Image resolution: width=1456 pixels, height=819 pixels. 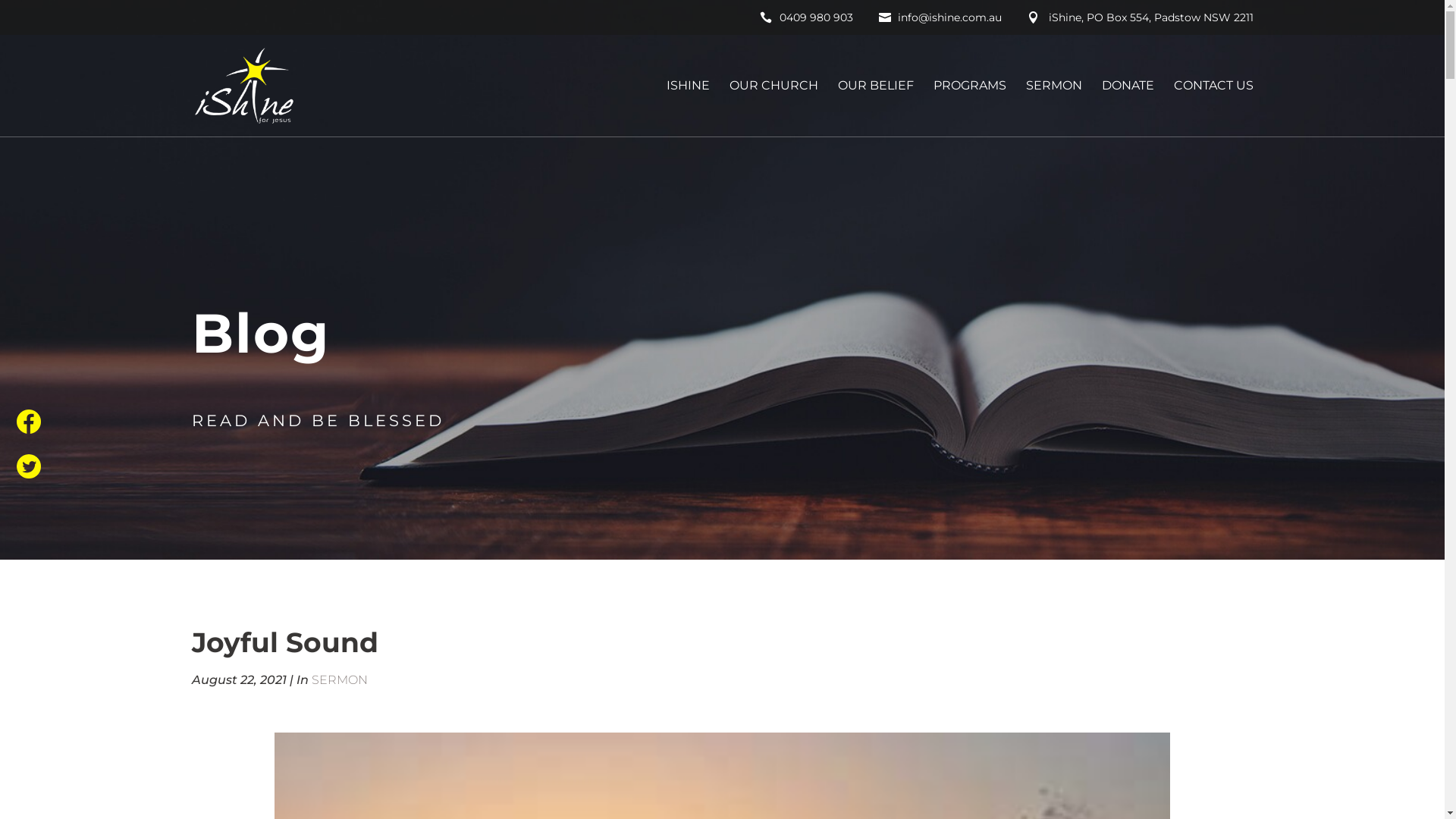 What do you see at coordinates (938, 21) in the screenshot?
I see `'info@ishine.com.au'` at bounding box center [938, 21].